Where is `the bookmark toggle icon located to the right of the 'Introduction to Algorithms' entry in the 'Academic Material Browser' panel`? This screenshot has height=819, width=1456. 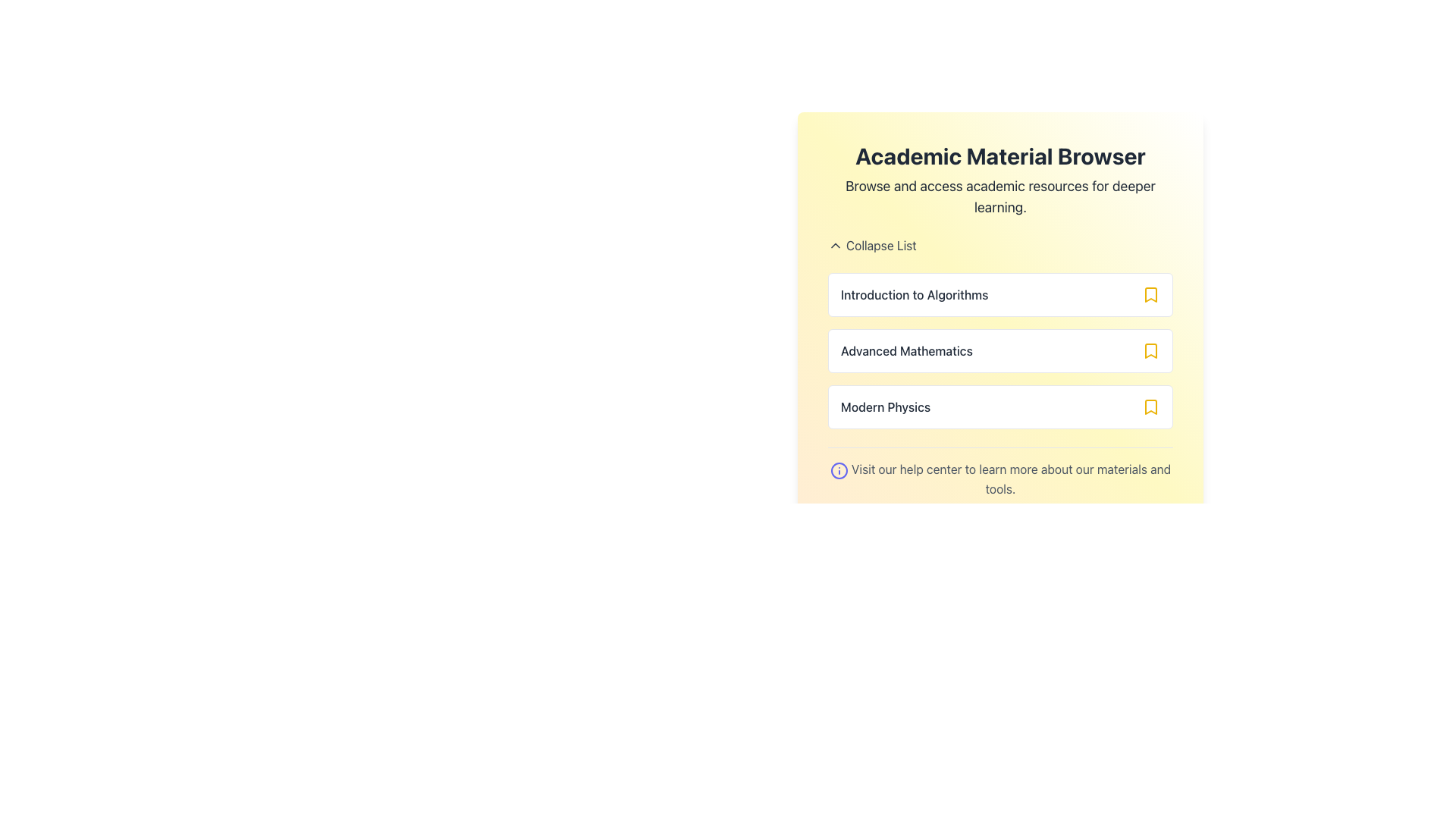 the bookmark toggle icon located to the right of the 'Introduction to Algorithms' entry in the 'Academic Material Browser' panel is located at coordinates (1150, 295).